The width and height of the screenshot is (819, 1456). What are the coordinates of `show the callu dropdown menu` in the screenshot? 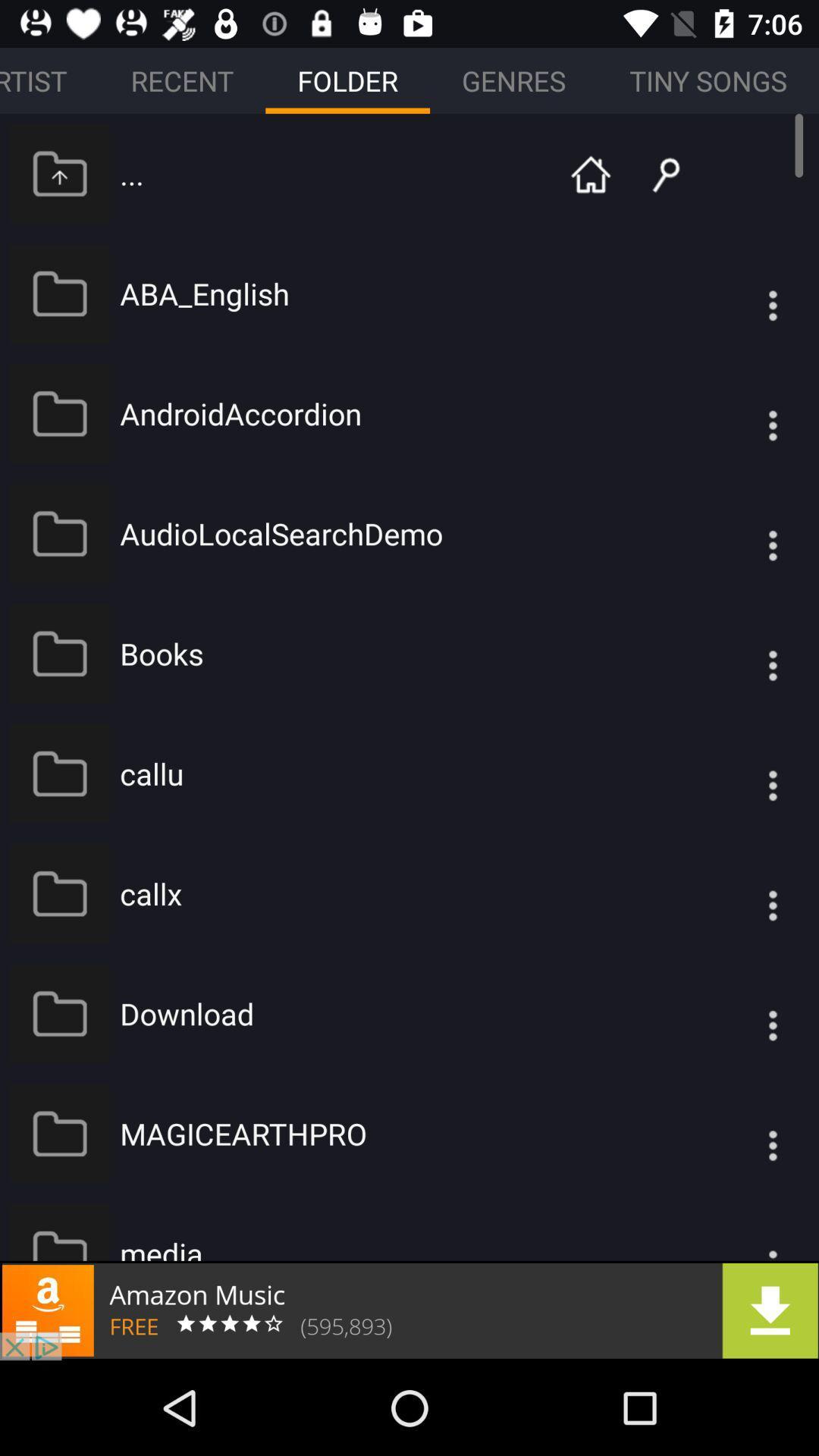 It's located at (742, 773).